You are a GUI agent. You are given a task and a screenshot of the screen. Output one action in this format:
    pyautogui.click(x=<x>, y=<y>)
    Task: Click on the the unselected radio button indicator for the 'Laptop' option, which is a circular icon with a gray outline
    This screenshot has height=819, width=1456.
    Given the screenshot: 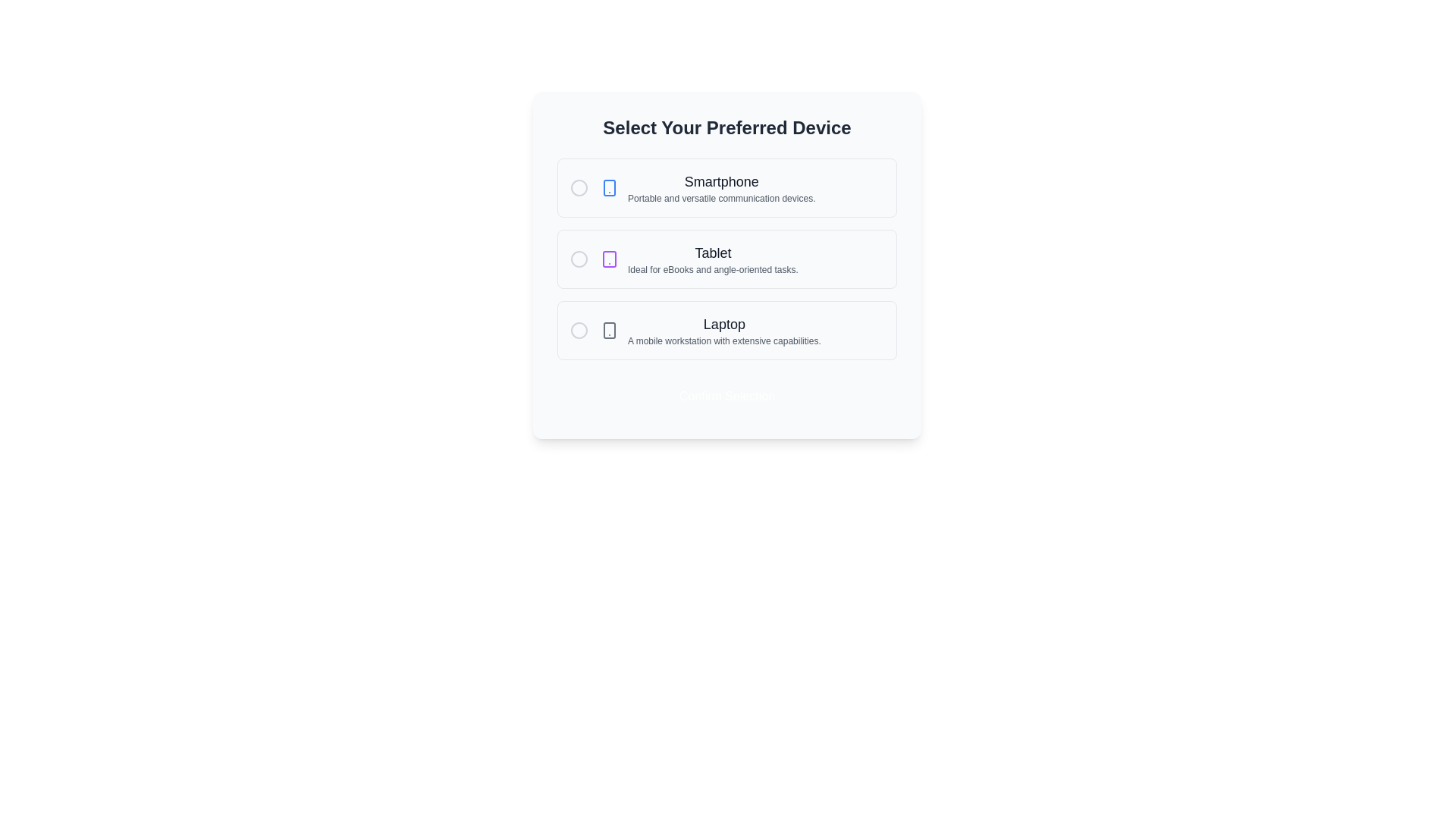 What is the action you would take?
    pyautogui.click(x=578, y=329)
    